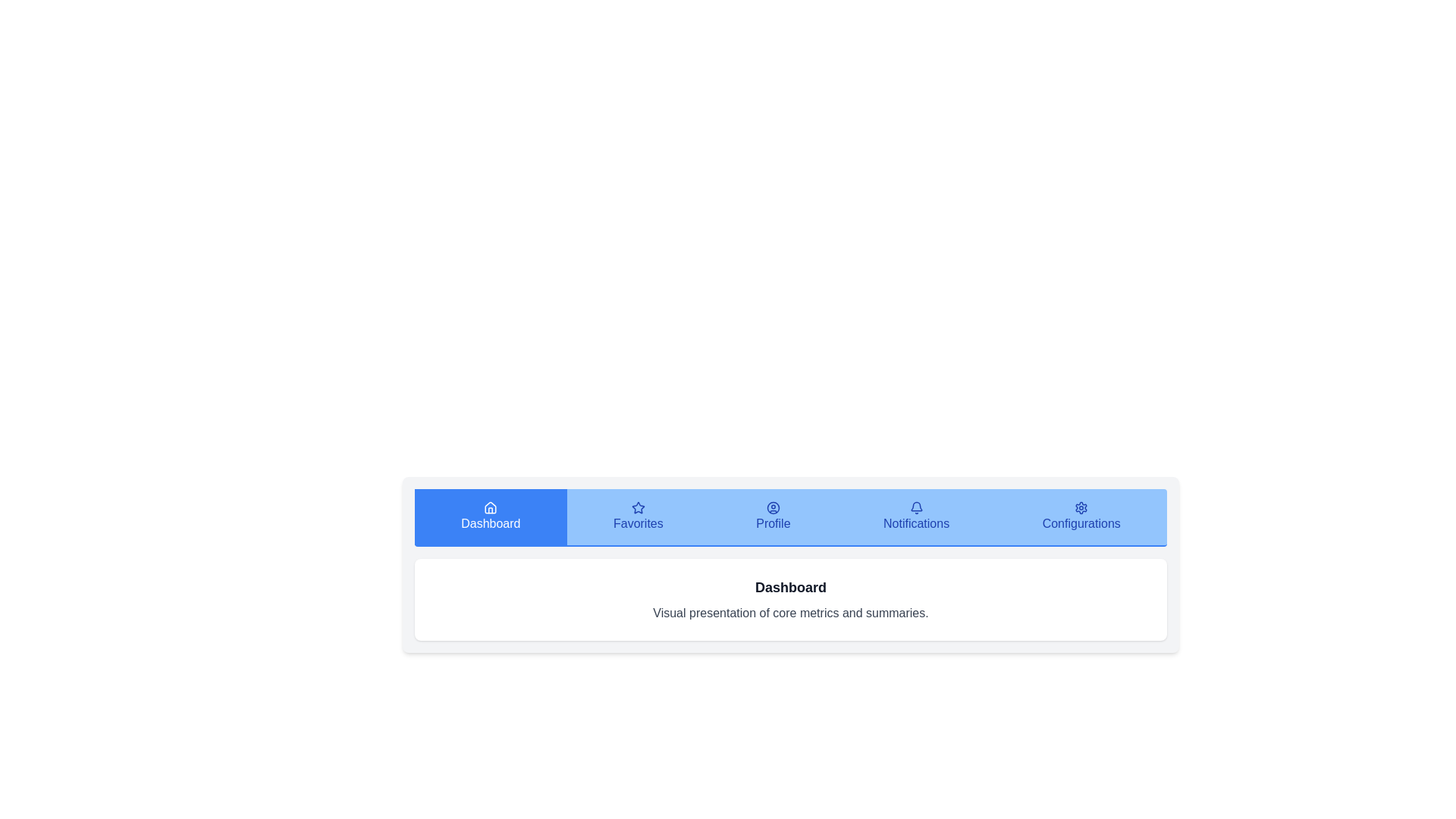 This screenshot has height=819, width=1456. What do you see at coordinates (491, 516) in the screenshot?
I see `the tab corresponding to Dashboard` at bounding box center [491, 516].